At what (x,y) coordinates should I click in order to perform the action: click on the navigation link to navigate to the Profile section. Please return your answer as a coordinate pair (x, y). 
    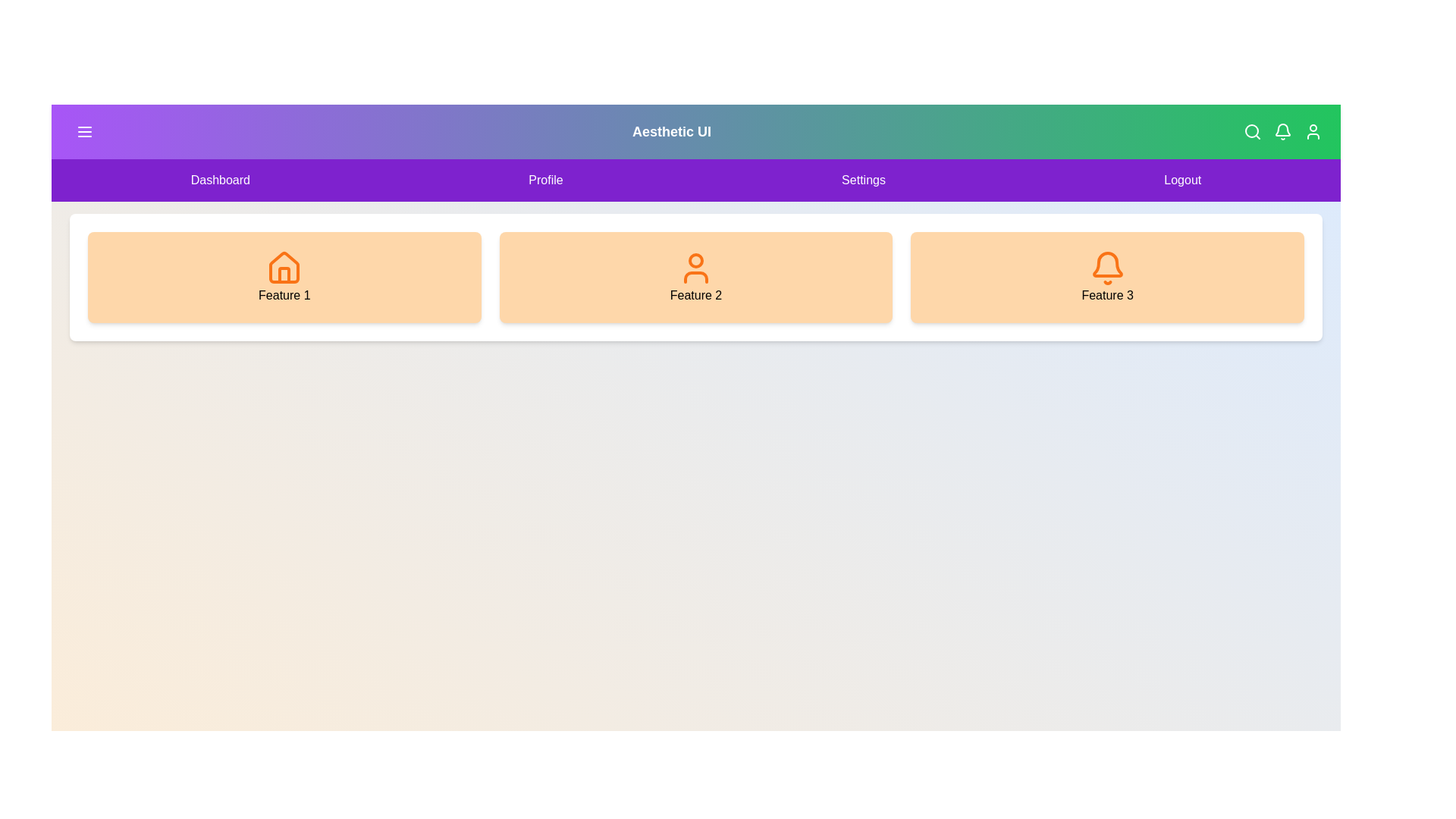
    Looking at the image, I should click on (546, 180).